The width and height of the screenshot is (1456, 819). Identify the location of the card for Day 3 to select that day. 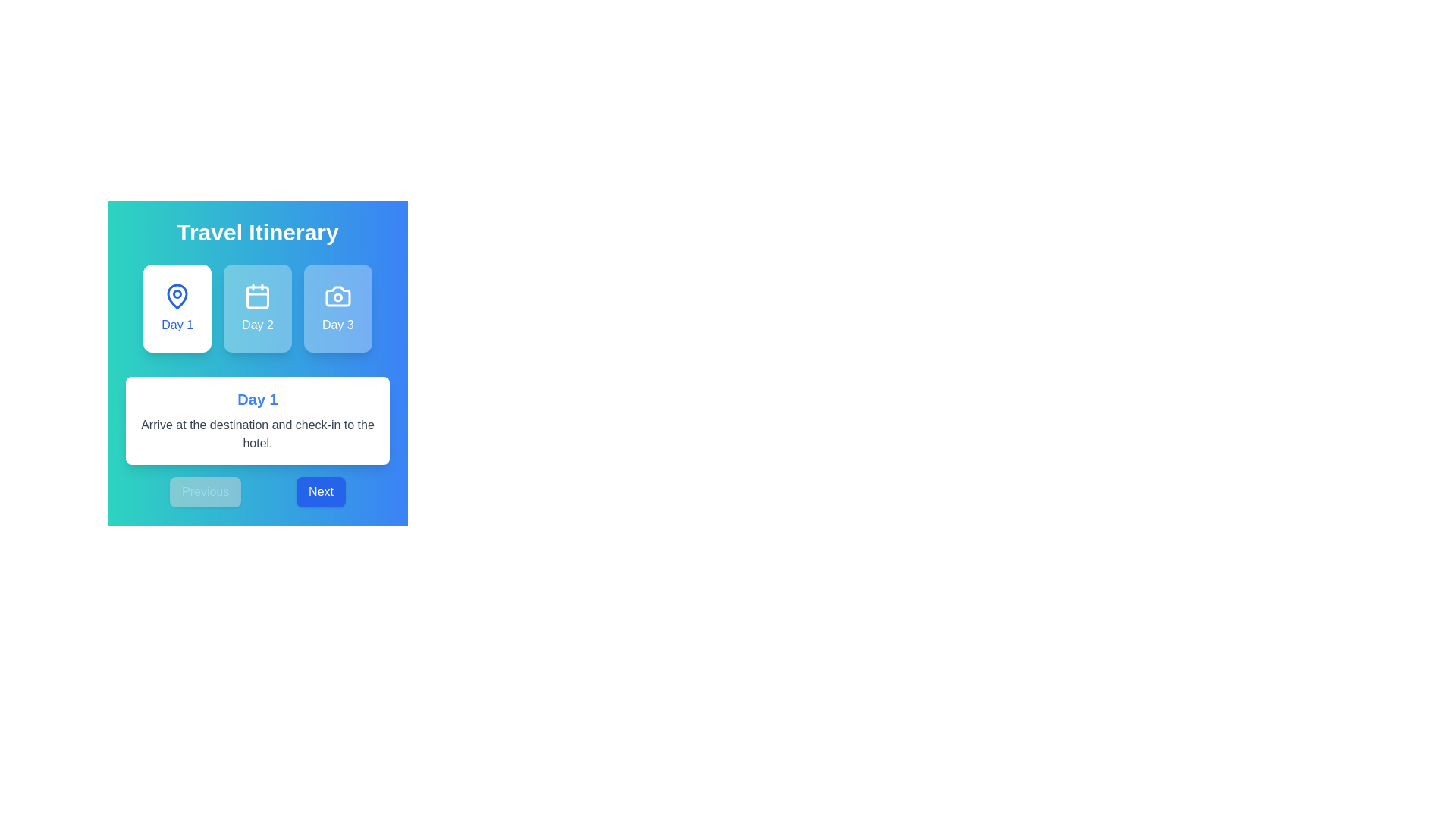
(337, 308).